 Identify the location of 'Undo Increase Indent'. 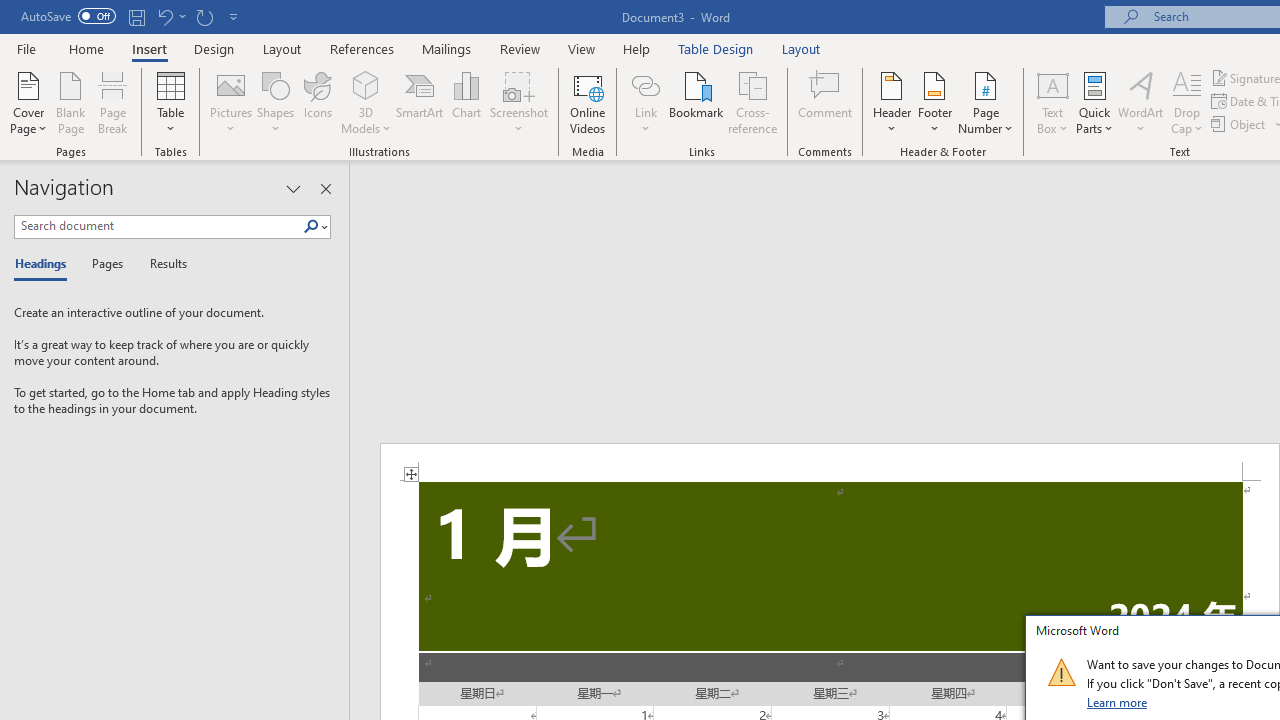
(170, 16).